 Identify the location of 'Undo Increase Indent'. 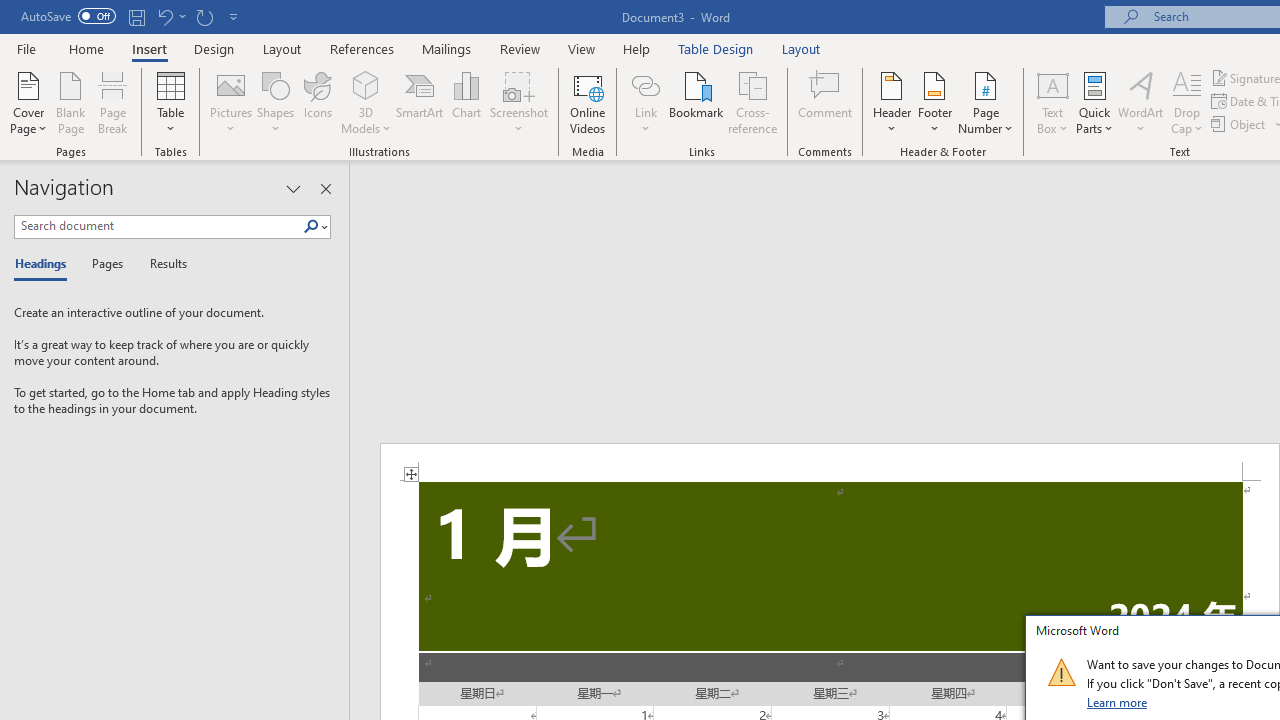
(170, 16).